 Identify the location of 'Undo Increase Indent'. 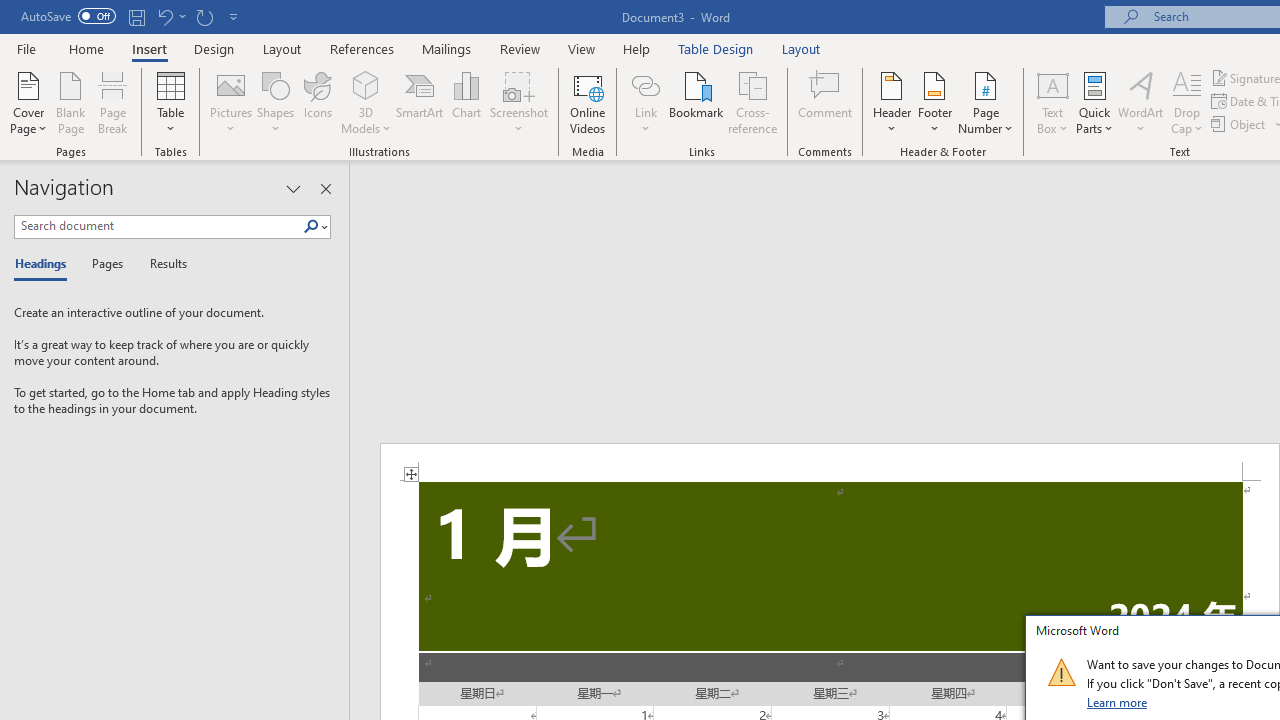
(170, 16).